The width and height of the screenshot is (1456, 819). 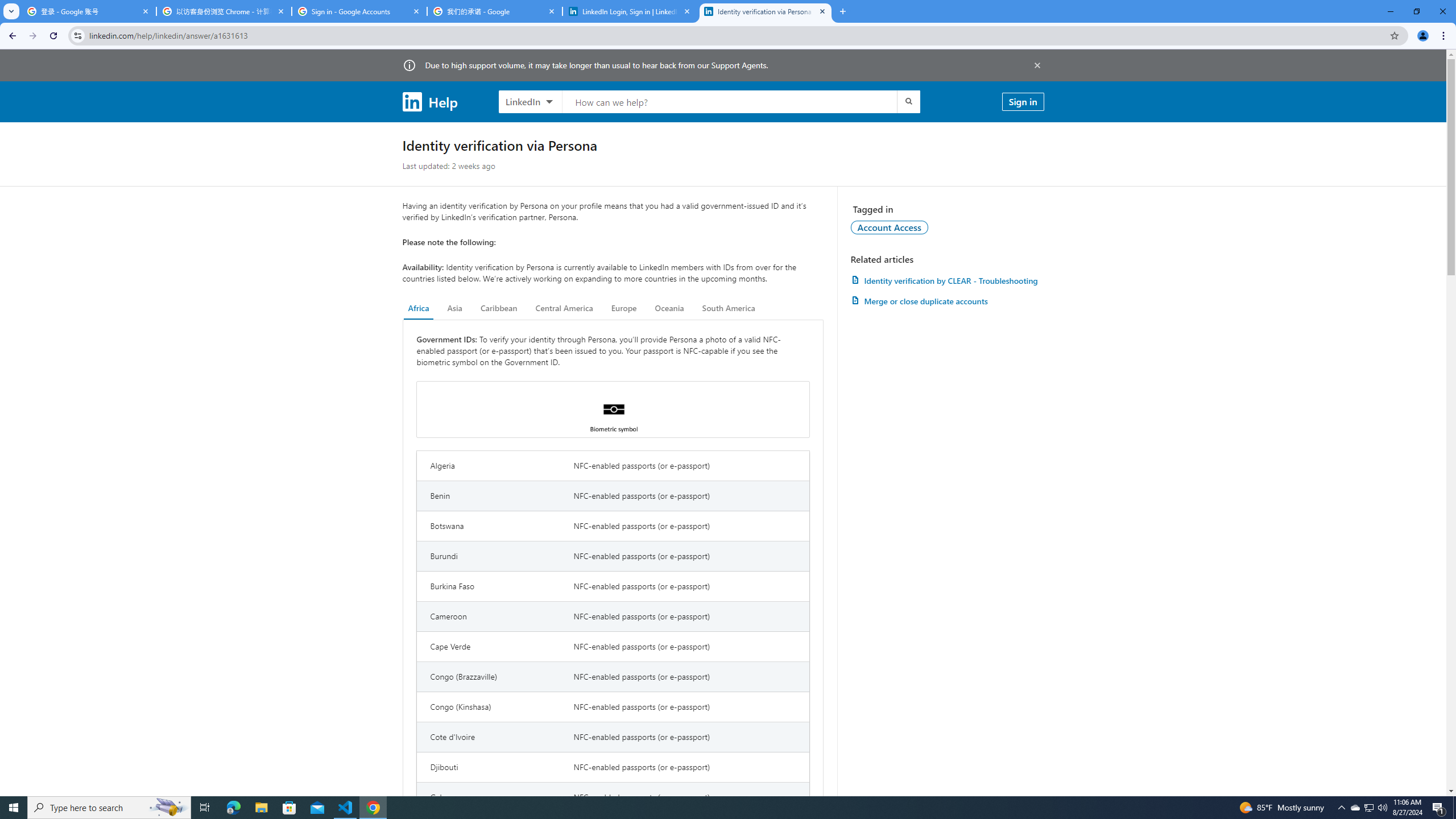 I want to click on 'Identity verification via Persona | LinkedIn Help', so click(x=765, y=11).